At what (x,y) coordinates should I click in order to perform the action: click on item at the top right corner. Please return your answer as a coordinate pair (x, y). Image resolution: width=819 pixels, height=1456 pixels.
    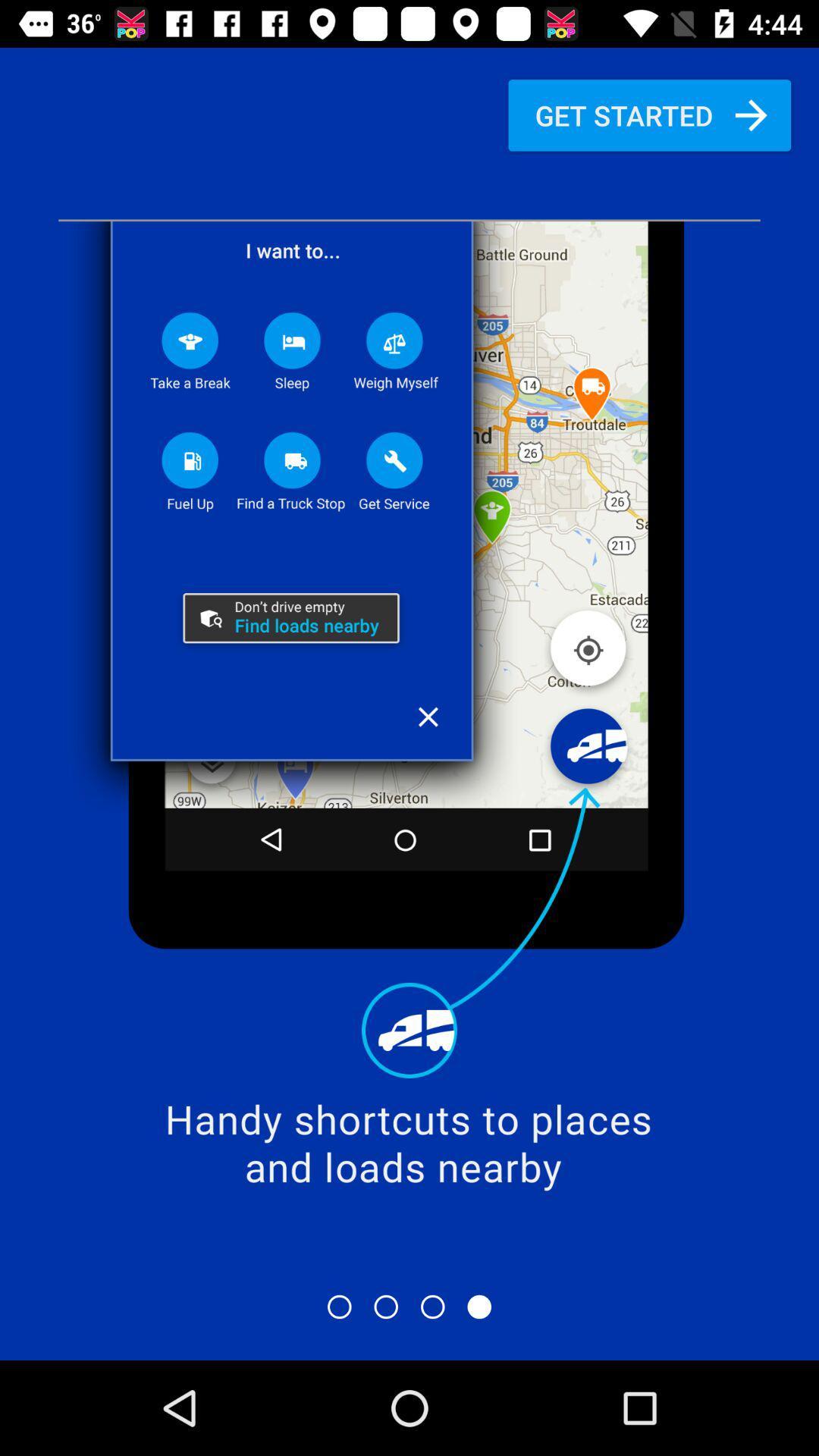
    Looking at the image, I should click on (648, 115).